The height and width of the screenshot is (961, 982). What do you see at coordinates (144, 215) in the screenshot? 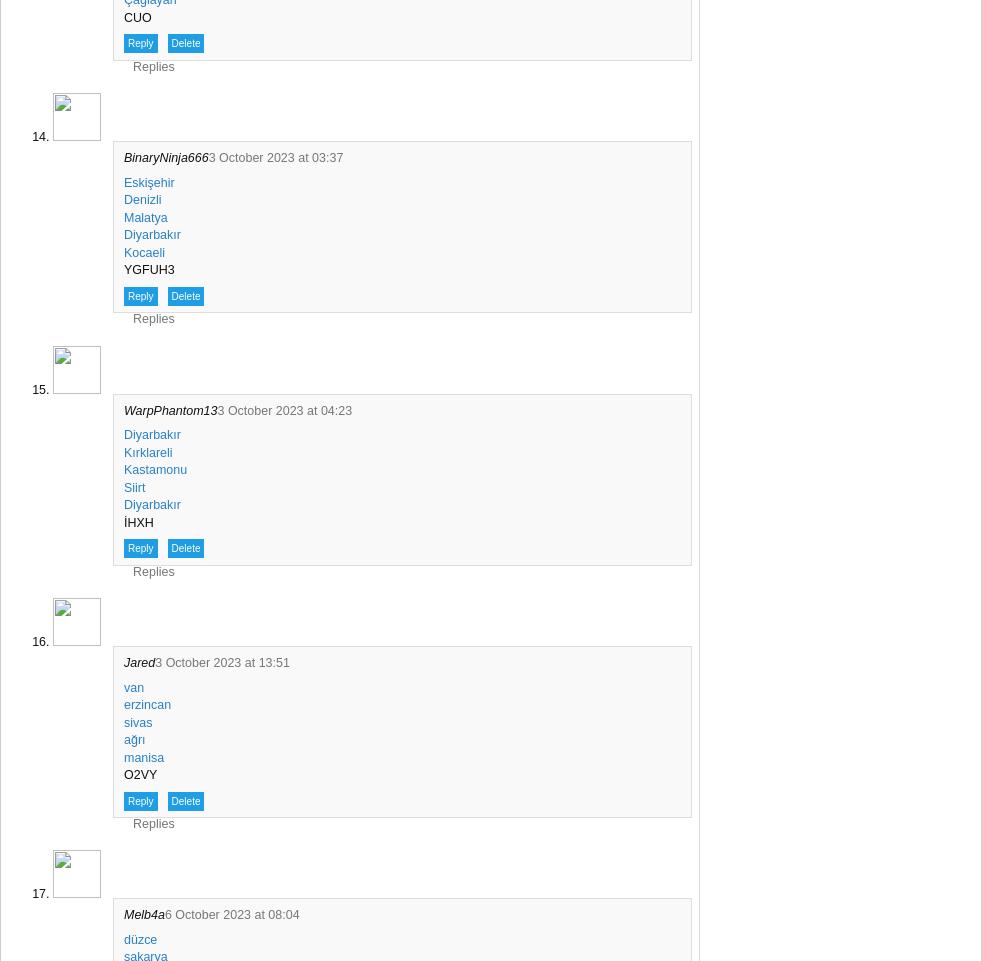
I see `'Malatya'` at bounding box center [144, 215].